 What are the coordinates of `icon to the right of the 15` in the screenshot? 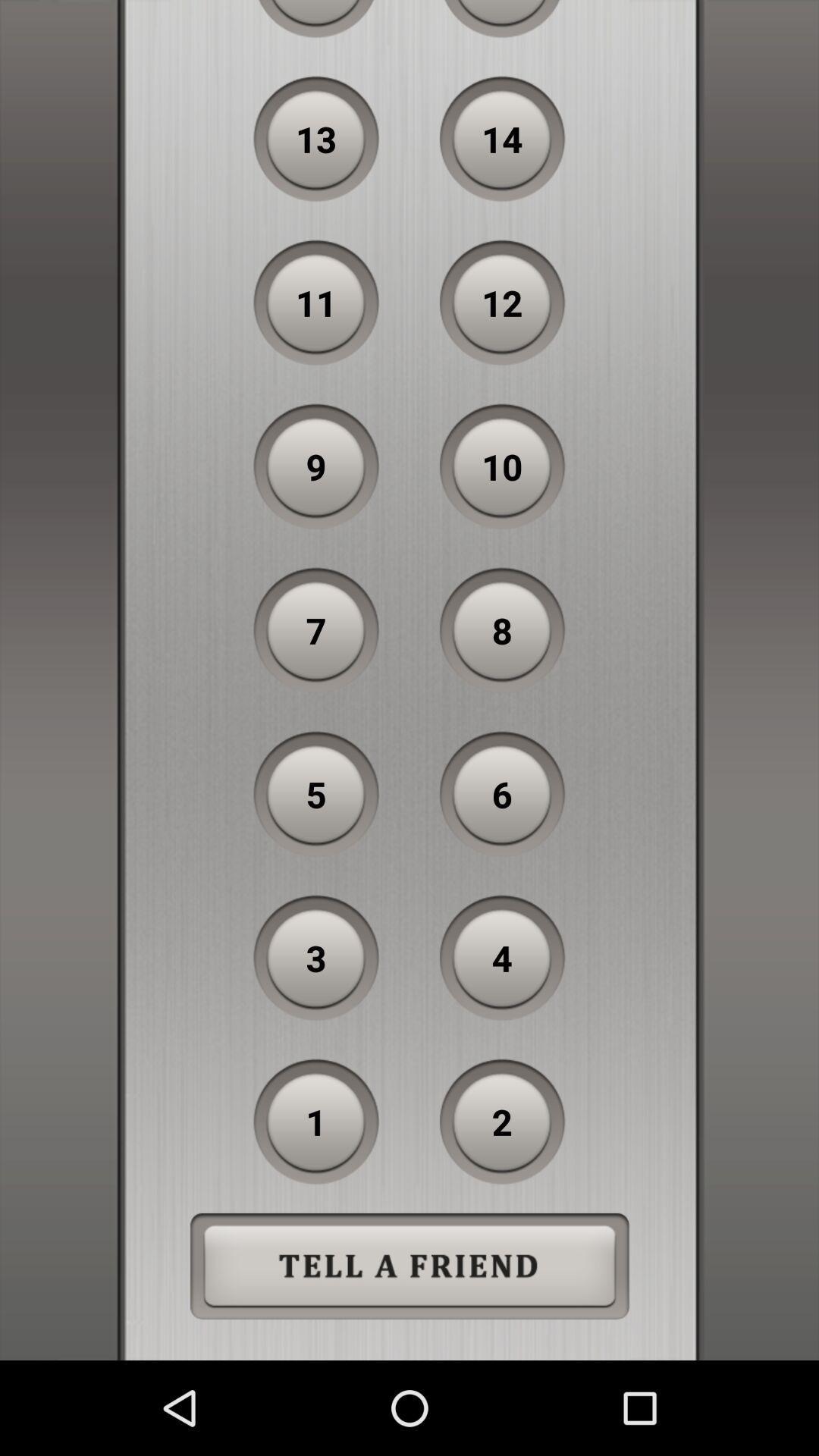 It's located at (502, 19).